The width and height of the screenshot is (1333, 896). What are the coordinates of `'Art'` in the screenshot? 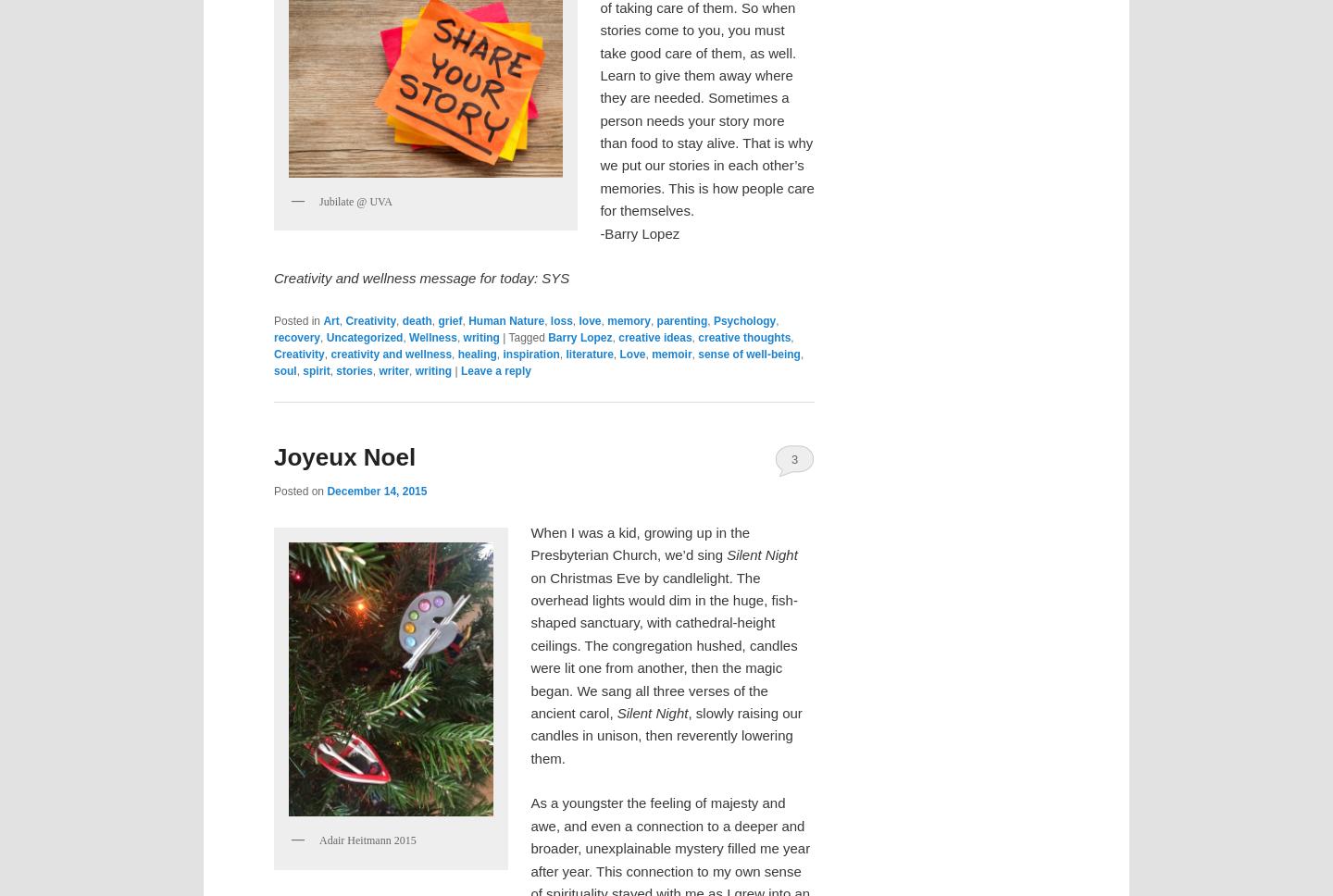 It's located at (323, 321).